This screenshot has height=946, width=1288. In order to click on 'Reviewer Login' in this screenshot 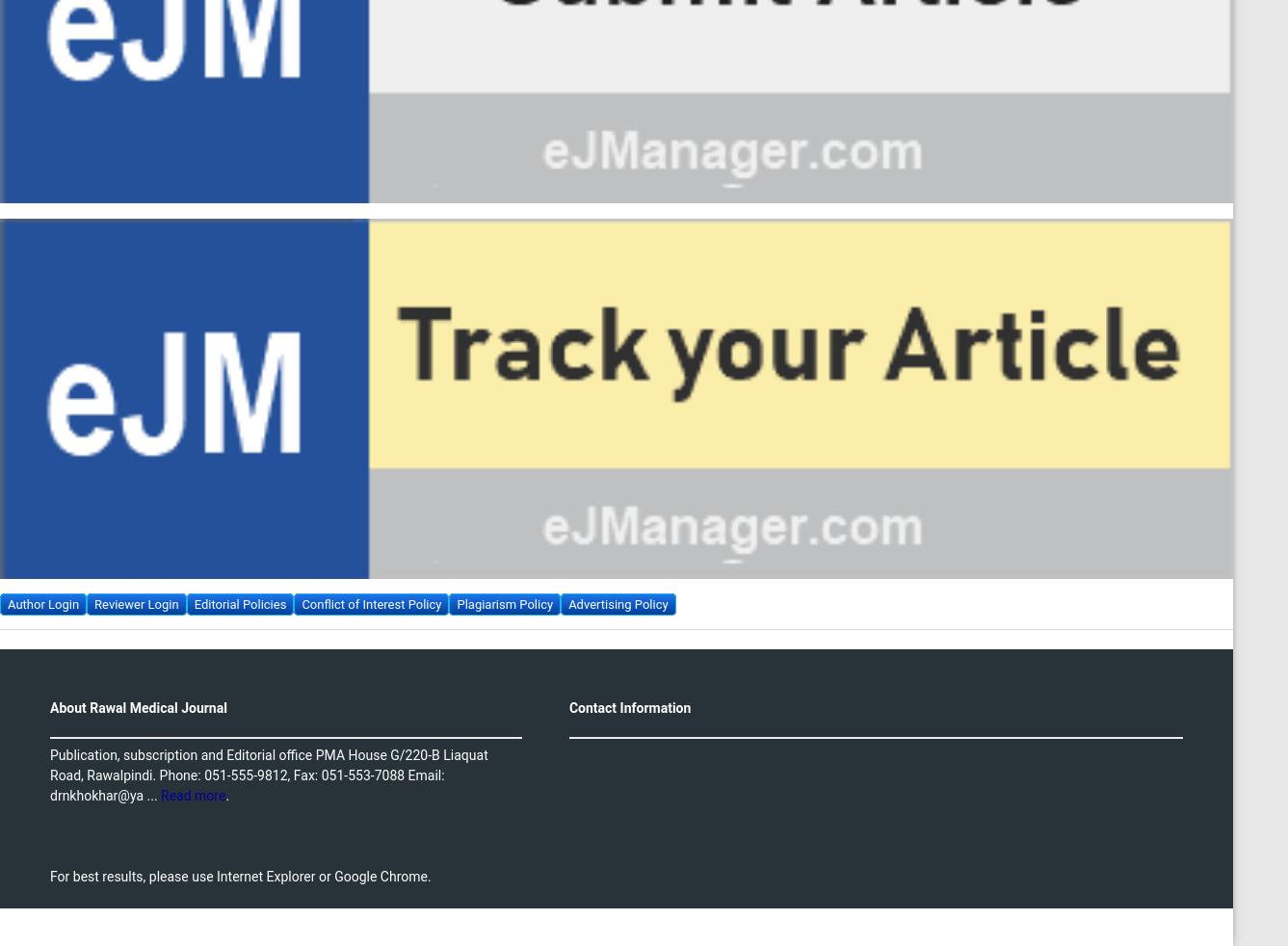, I will do `click(135, 602)`.